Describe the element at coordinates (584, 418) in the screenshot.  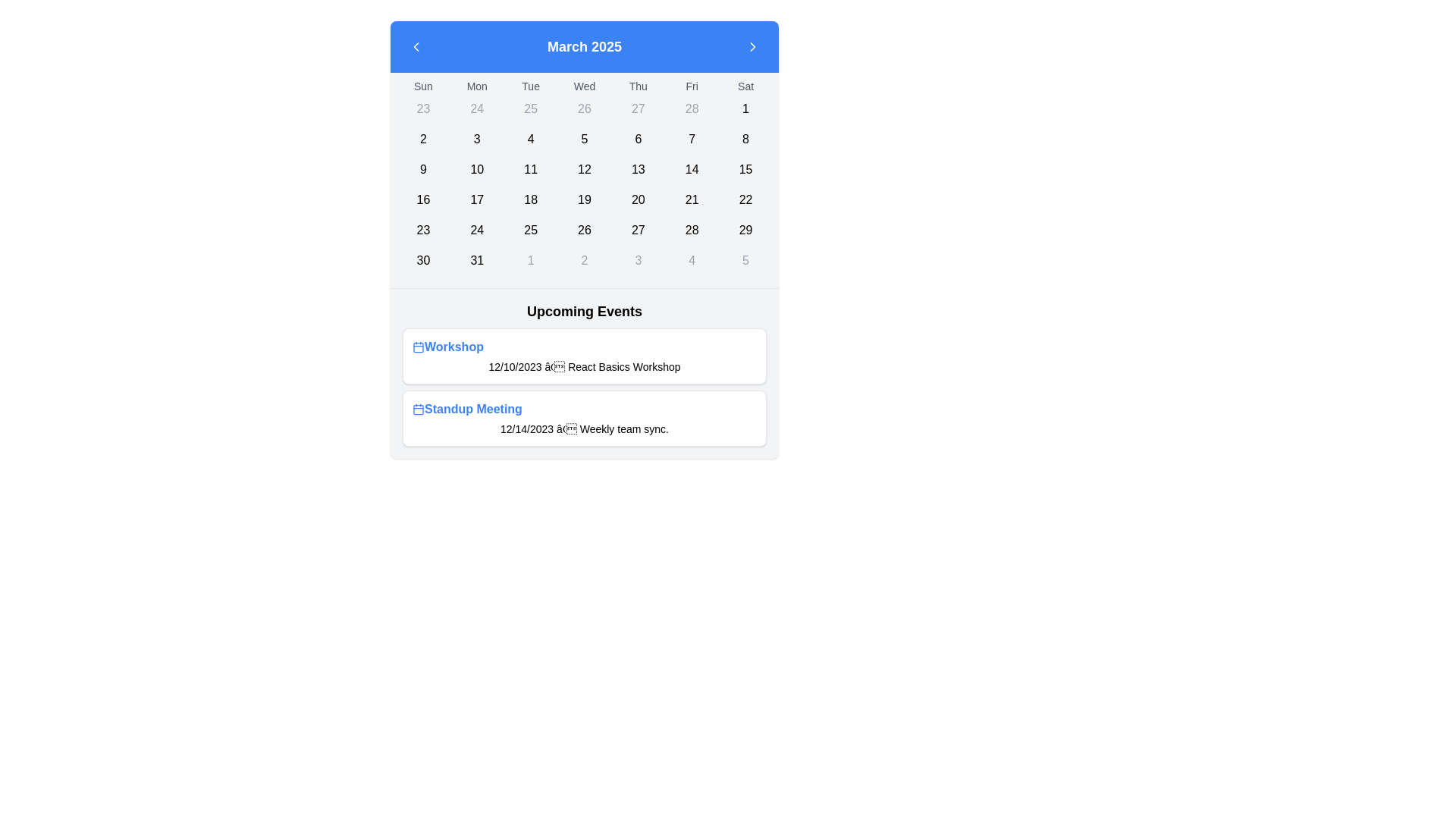
I see `the 'Standup Meeting' card` at that location.